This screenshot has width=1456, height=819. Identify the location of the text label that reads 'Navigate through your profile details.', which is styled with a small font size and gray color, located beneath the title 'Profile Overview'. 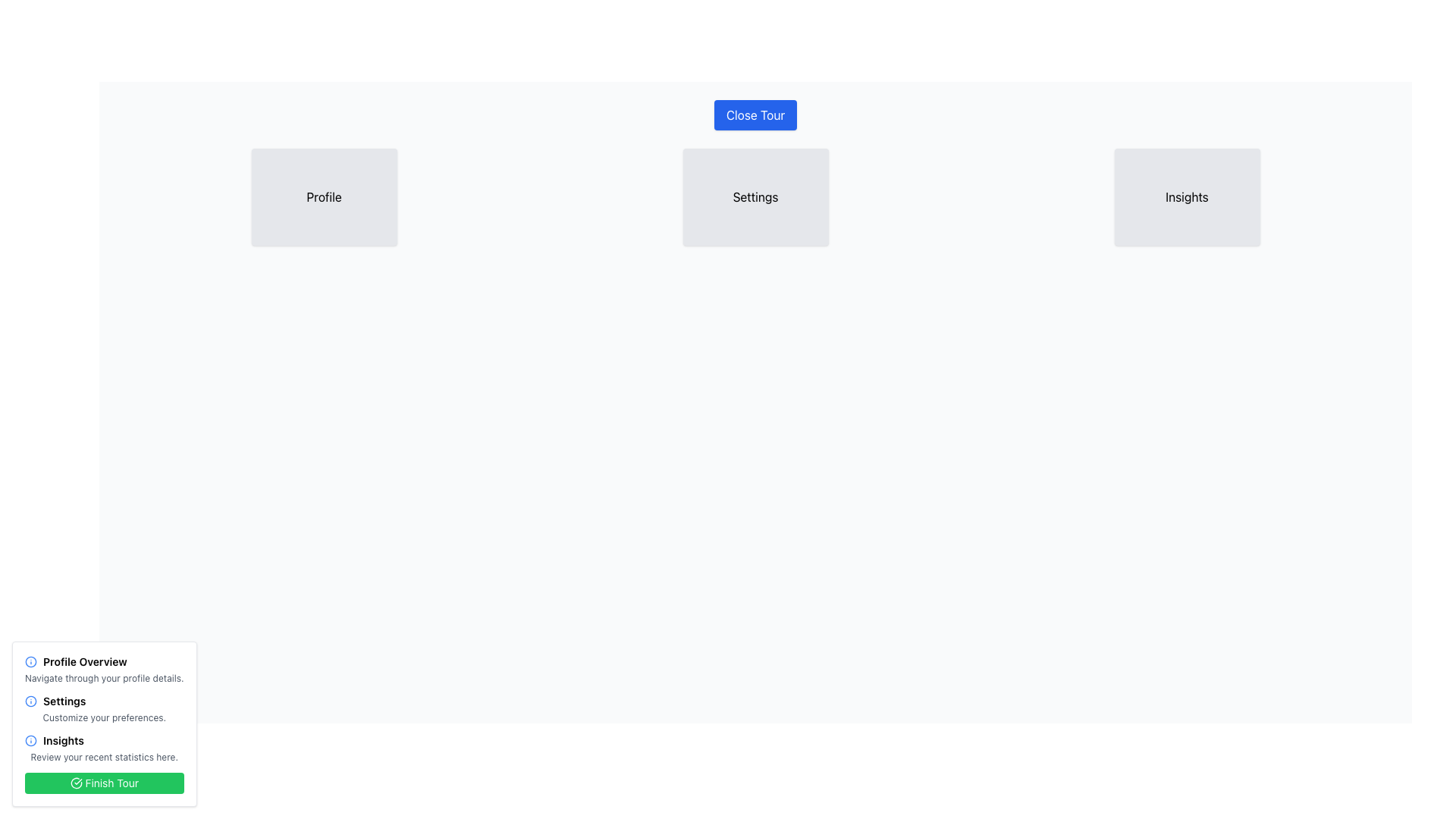
(103, 677).